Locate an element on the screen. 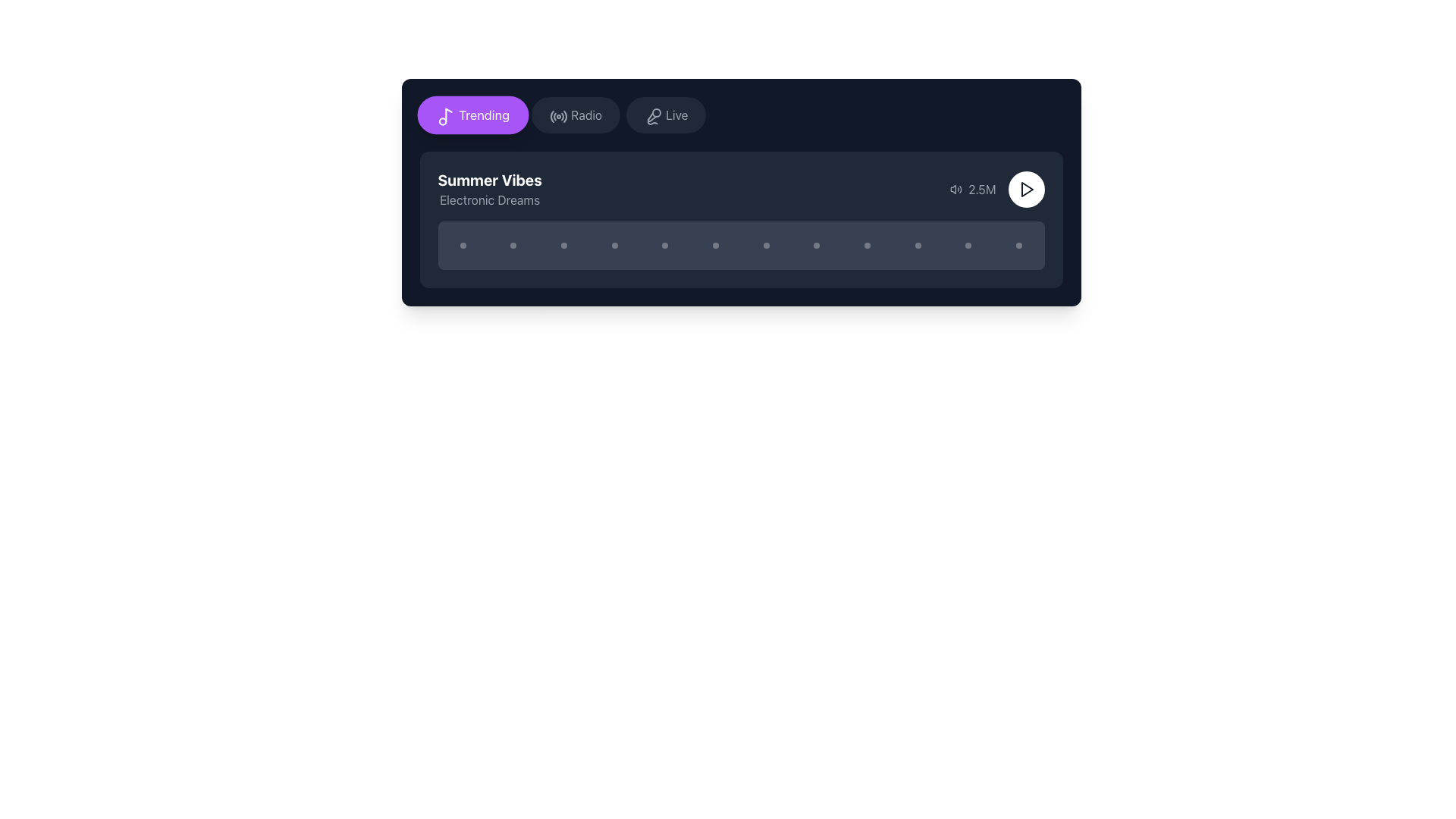  the 'Trending' text label within the button element, which has a purple background and white text, located on the left side of the top bar is located at coordinates (483, 114).